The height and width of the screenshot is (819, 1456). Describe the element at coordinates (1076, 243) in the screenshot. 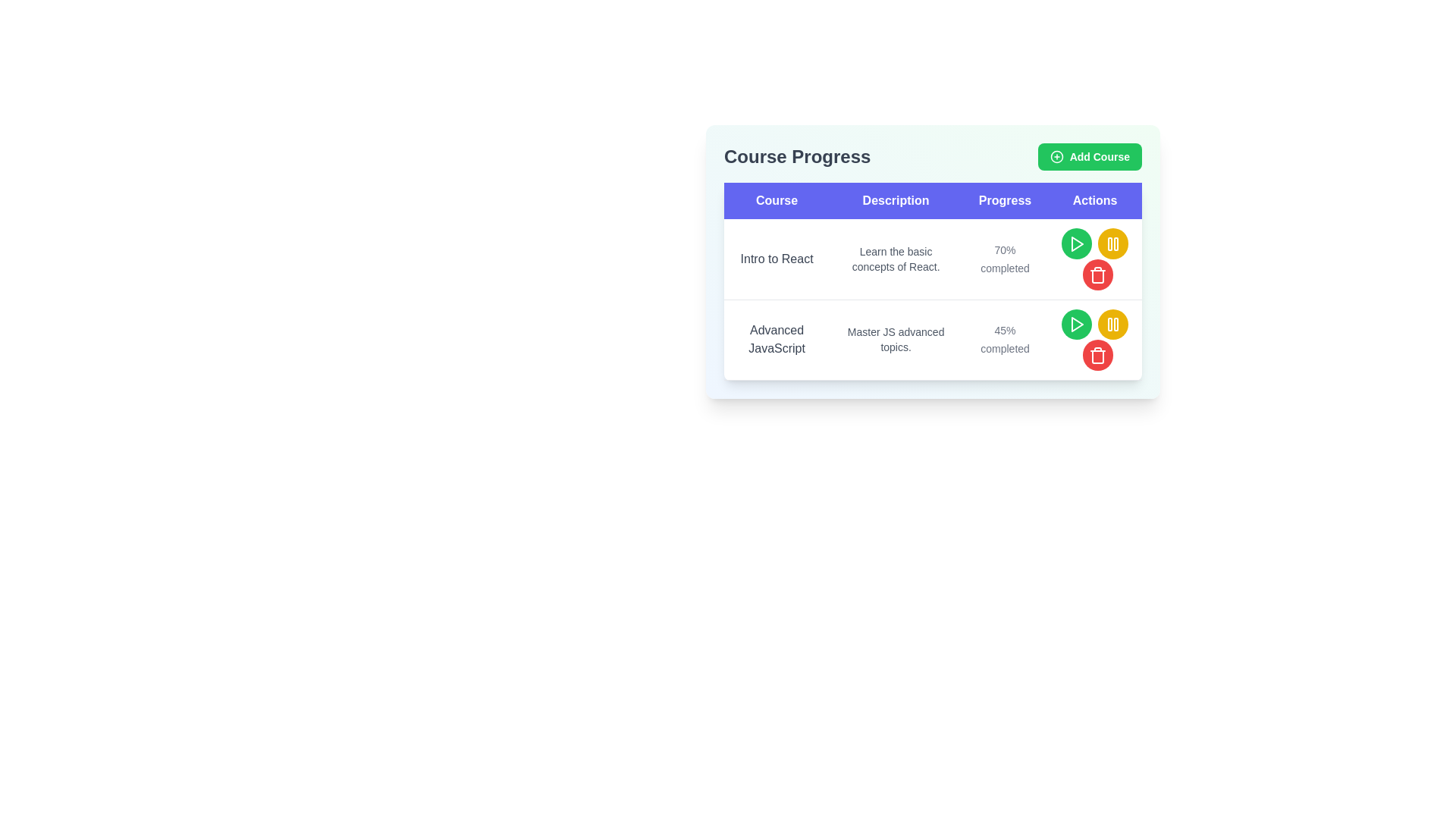

I see `the play button in the 'Actions' column for the 'Intro to React' course` at that location.